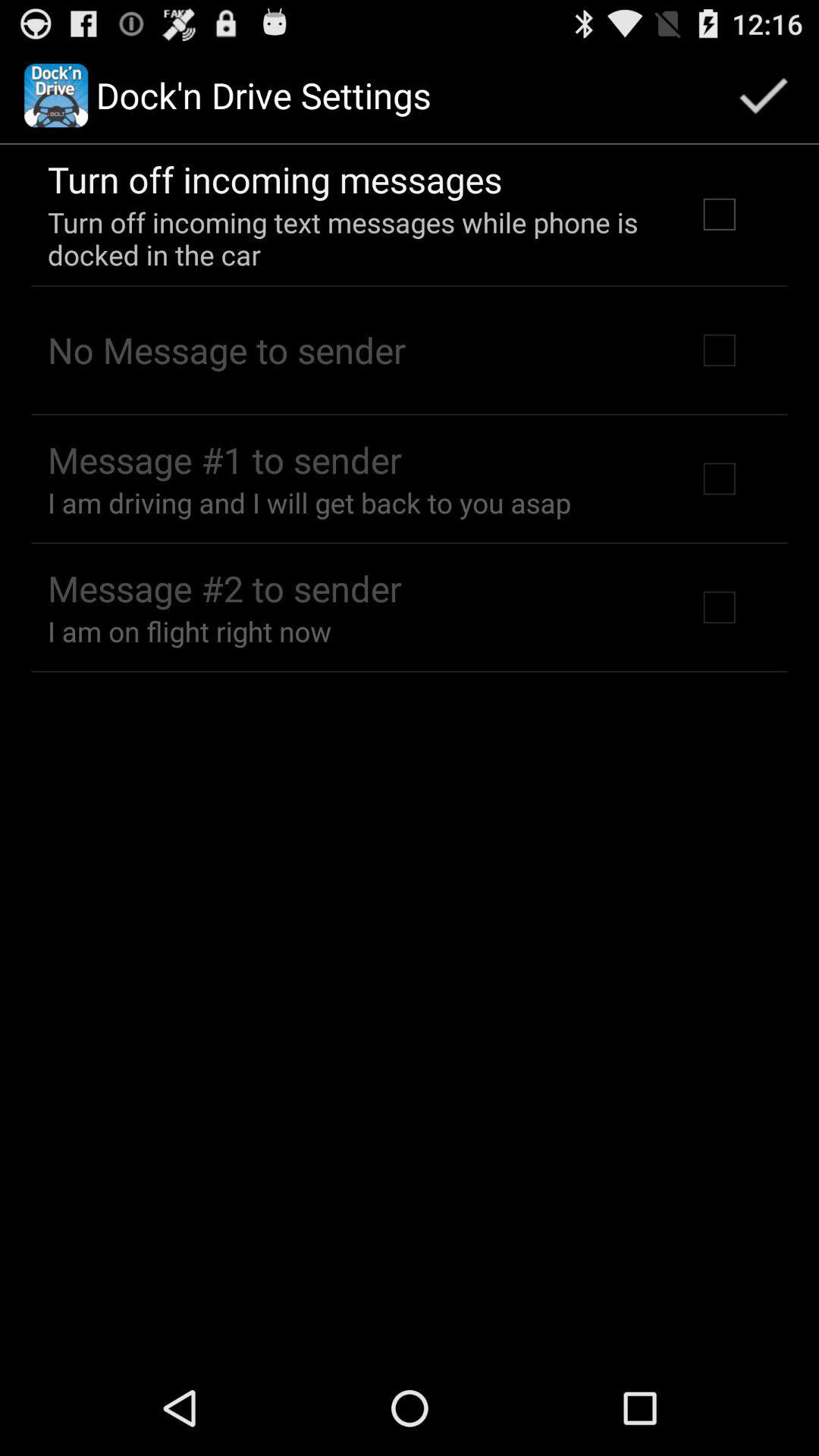 The width and height of the screenshot is (819, 1456). What do you see at coordinates (763, 94) in the screenshot?
I see `the app to the right of turn off incoming icon` at bounding box center [763, 94].